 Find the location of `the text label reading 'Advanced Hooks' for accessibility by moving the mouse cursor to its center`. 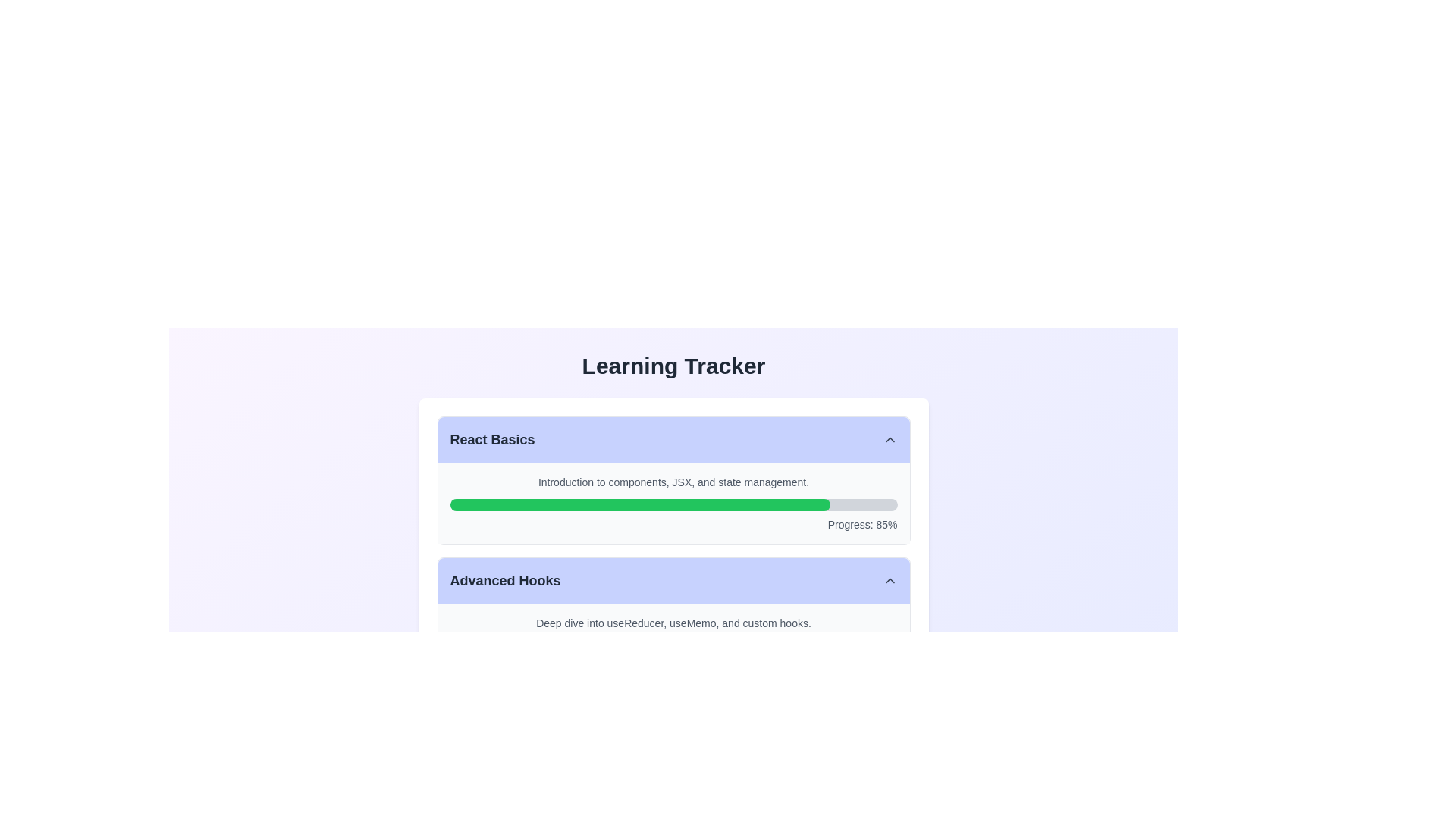

the text label reading 'Advanced Hooks' for accessibility by moving the mouse cursor to its center is located at coordinates (505, 580).